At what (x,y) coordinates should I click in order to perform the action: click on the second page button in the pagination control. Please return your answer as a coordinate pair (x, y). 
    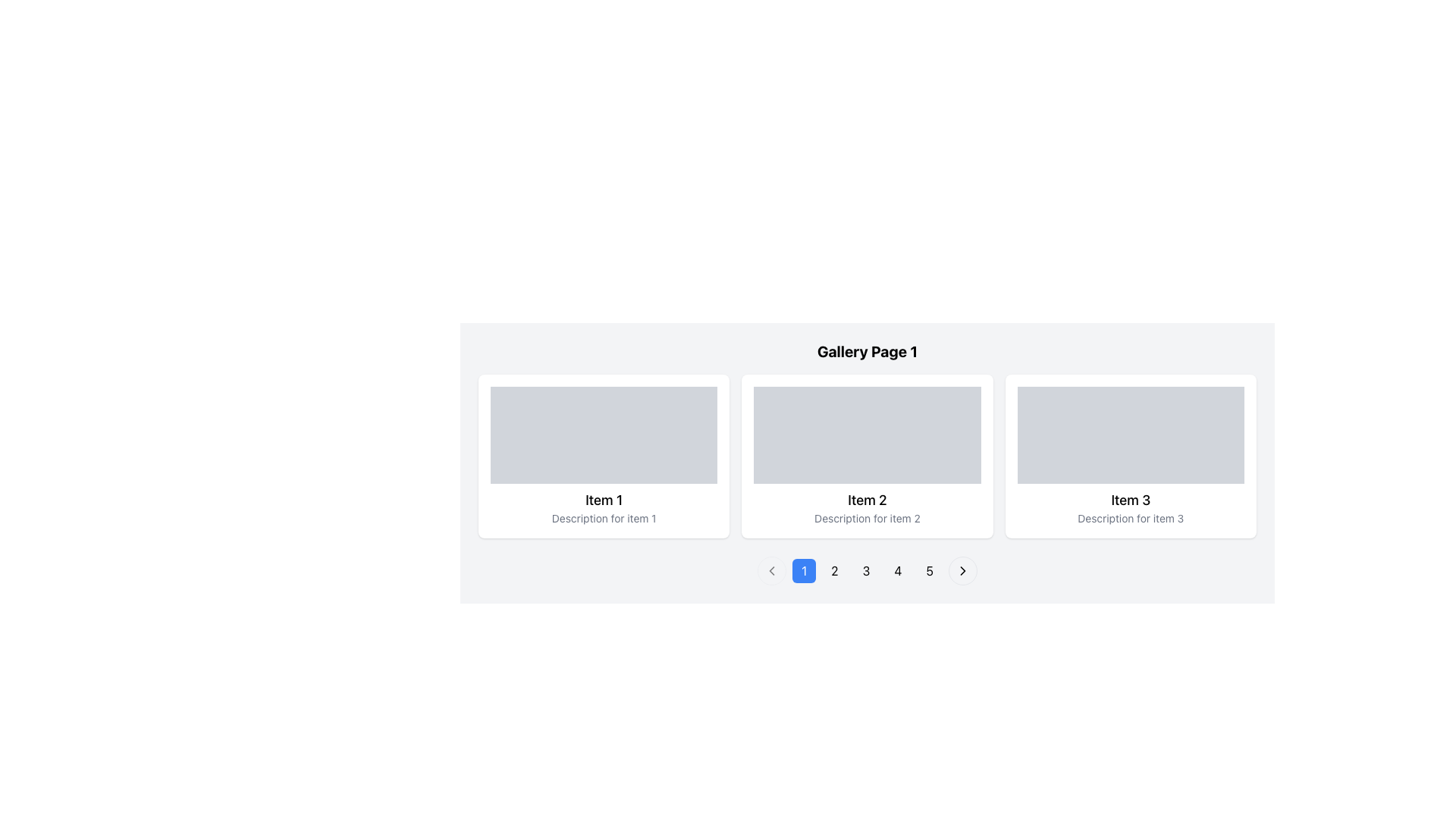
    Looking at the image, I should click on (833, 570).